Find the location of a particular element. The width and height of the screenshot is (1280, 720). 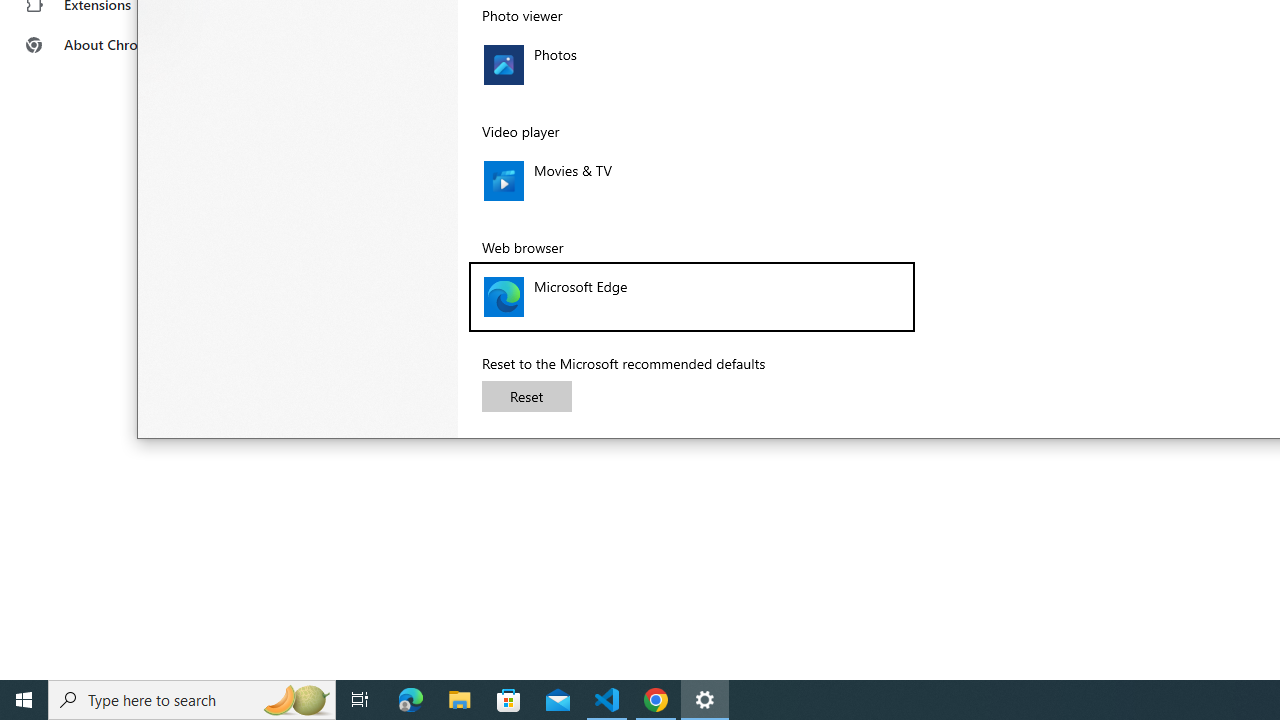

'Google Chrome - 1 running window' is located at coordinates (656, 698).